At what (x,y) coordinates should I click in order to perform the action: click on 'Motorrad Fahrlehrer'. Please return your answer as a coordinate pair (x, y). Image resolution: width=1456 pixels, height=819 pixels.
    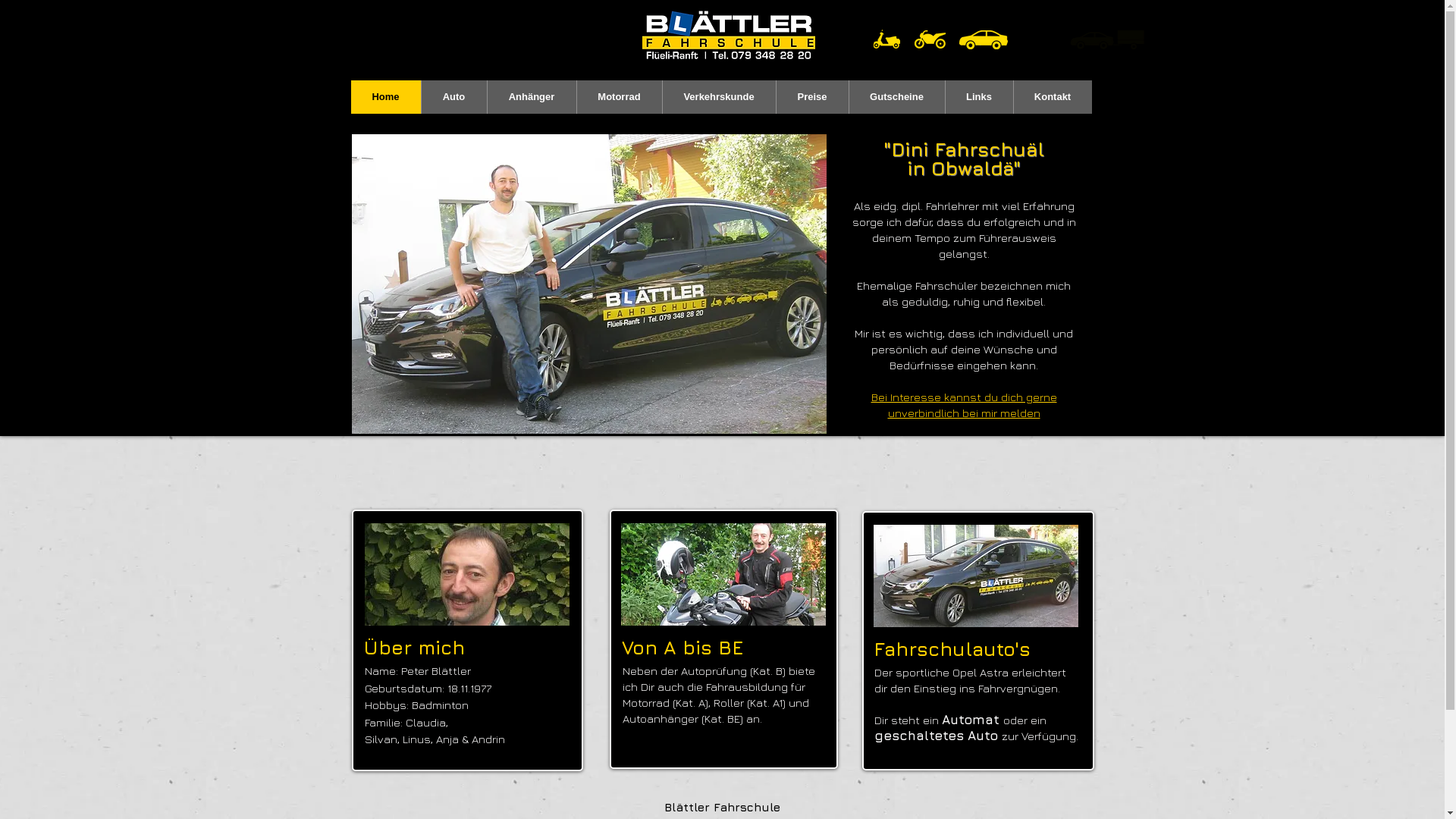
    Looking at the image, I should click on (722, 574).